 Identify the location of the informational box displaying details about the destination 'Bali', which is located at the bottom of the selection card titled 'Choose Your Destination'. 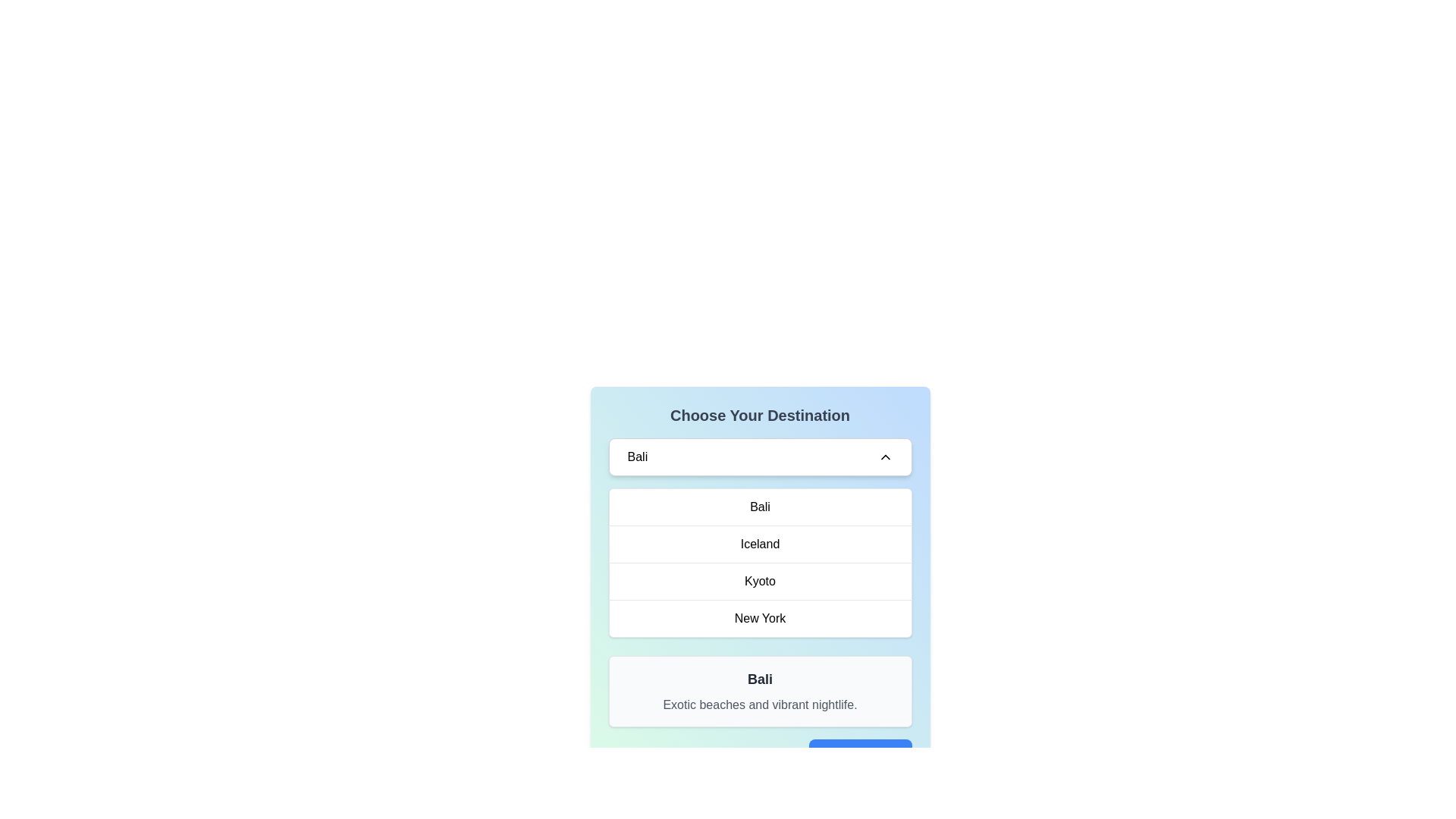
(760, 691).